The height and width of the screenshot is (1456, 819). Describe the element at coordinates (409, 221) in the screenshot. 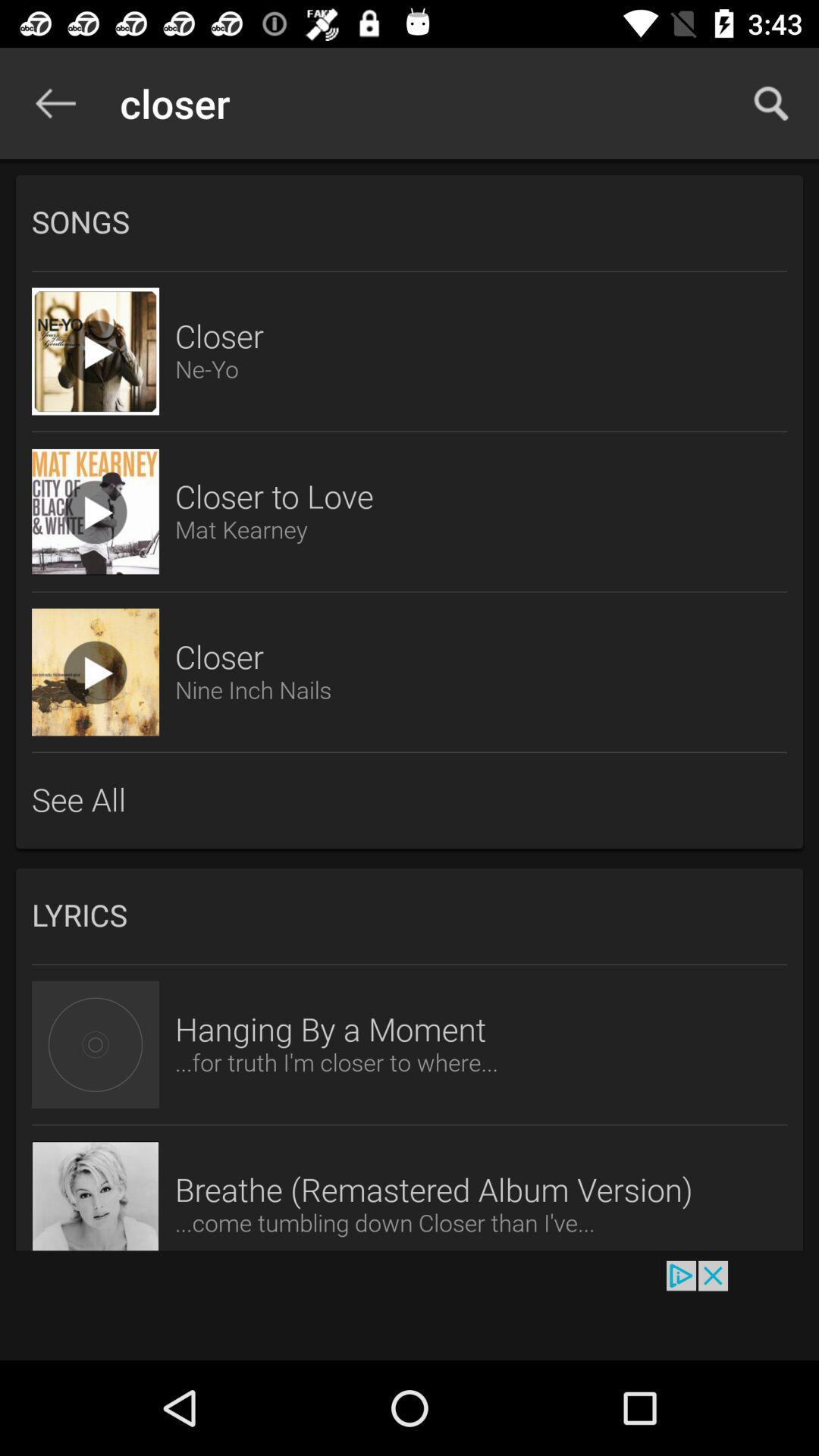

I see `the songs` at that location.